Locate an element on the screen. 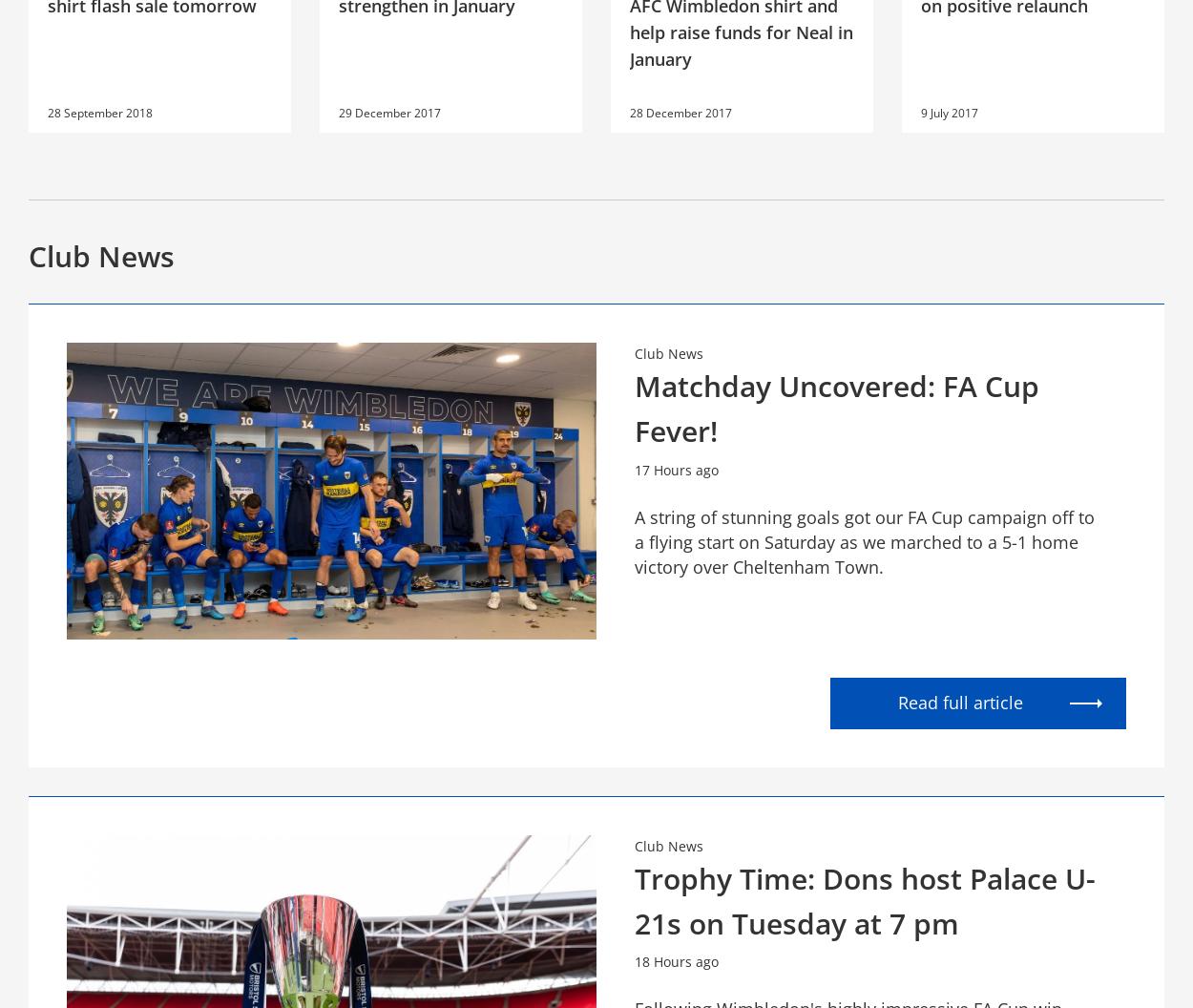 This screenshot has height=1008, width=1193. 'Read full article' is located at coordinates (897, 700).